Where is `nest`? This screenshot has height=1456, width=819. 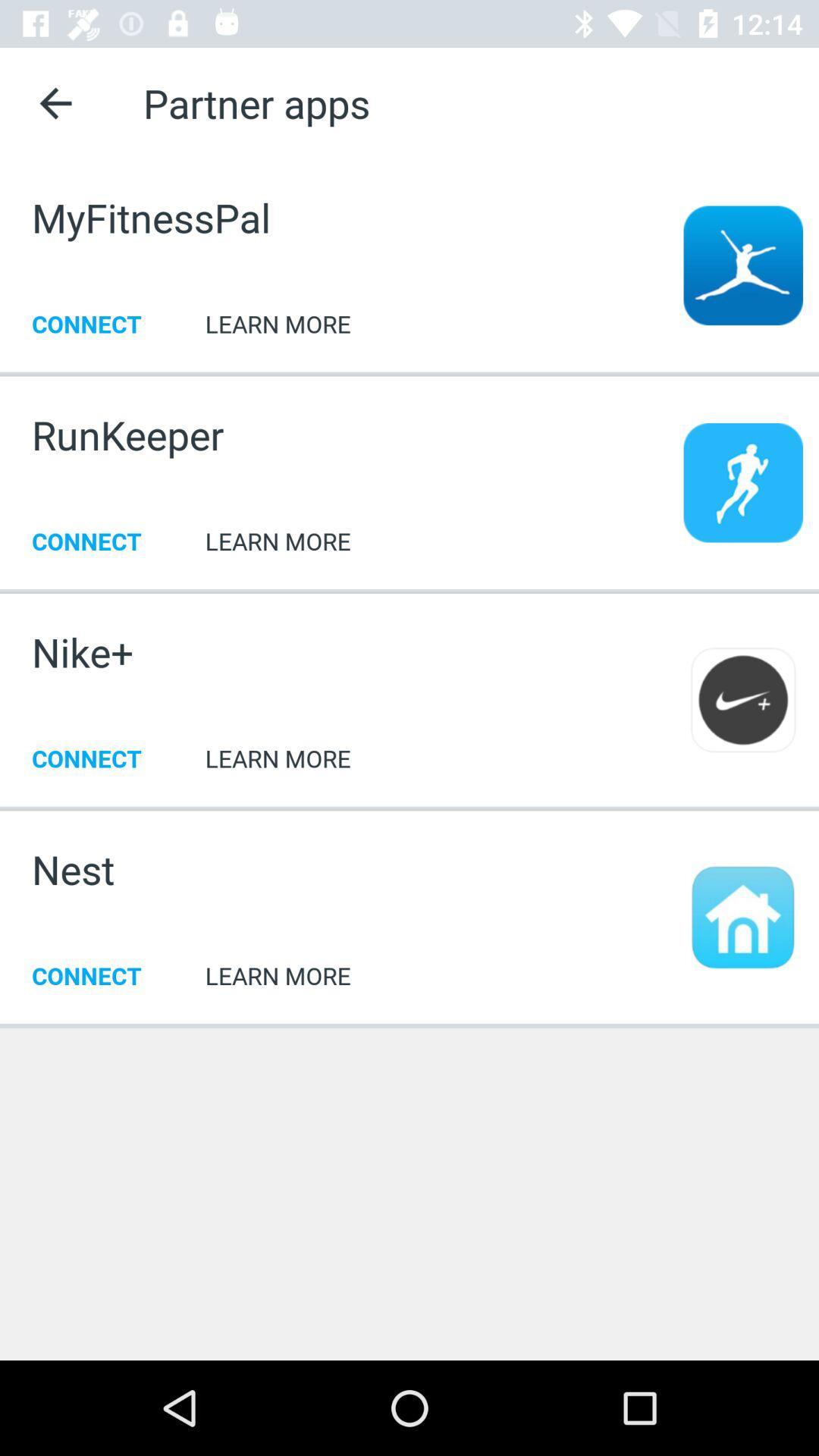
nest is located at coordinates (73, 869).